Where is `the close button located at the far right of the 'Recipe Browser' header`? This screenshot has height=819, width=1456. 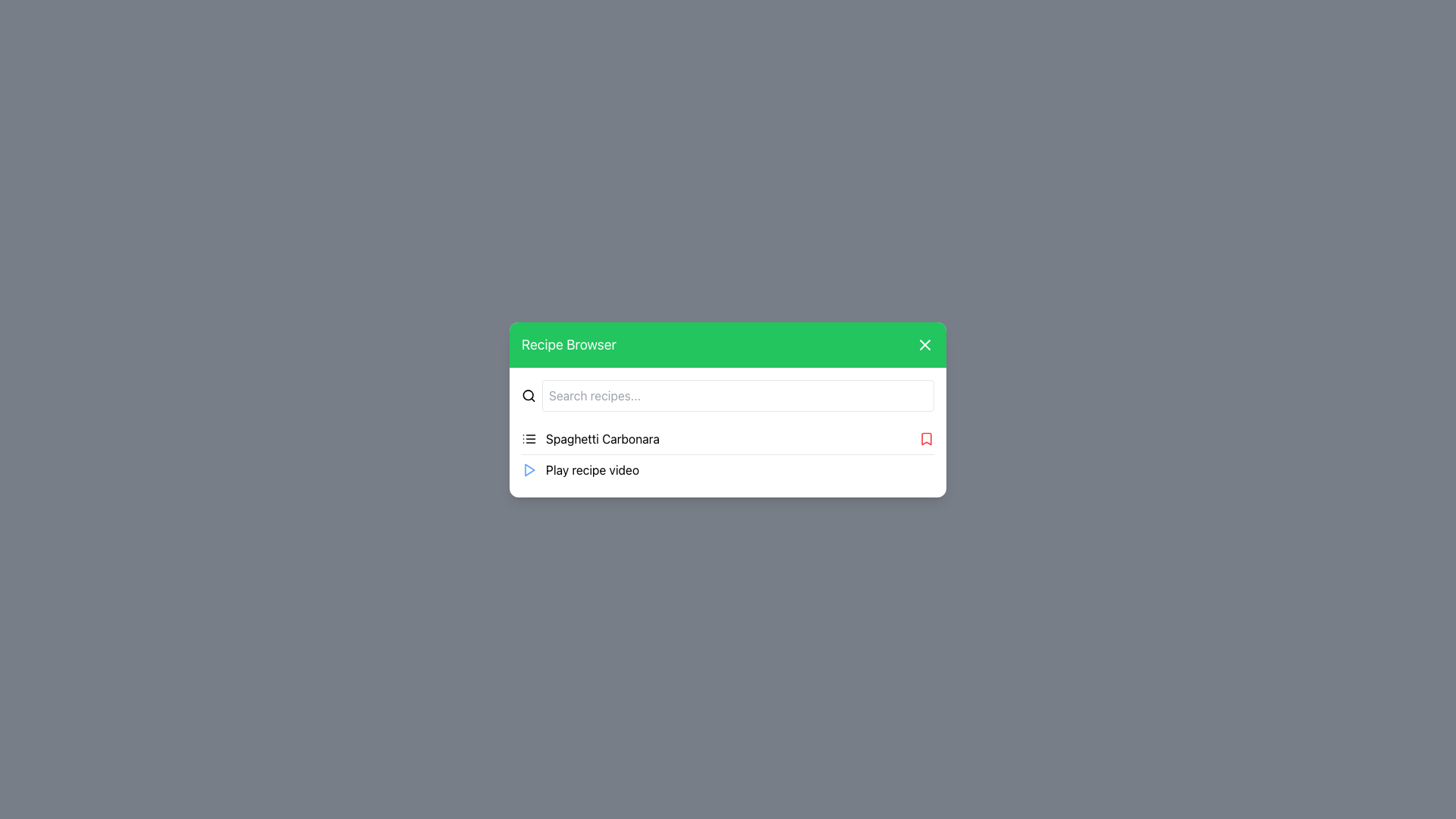
the close button located at the far right of the 'Recipe Browser' header is located at coordinates (924, 344).